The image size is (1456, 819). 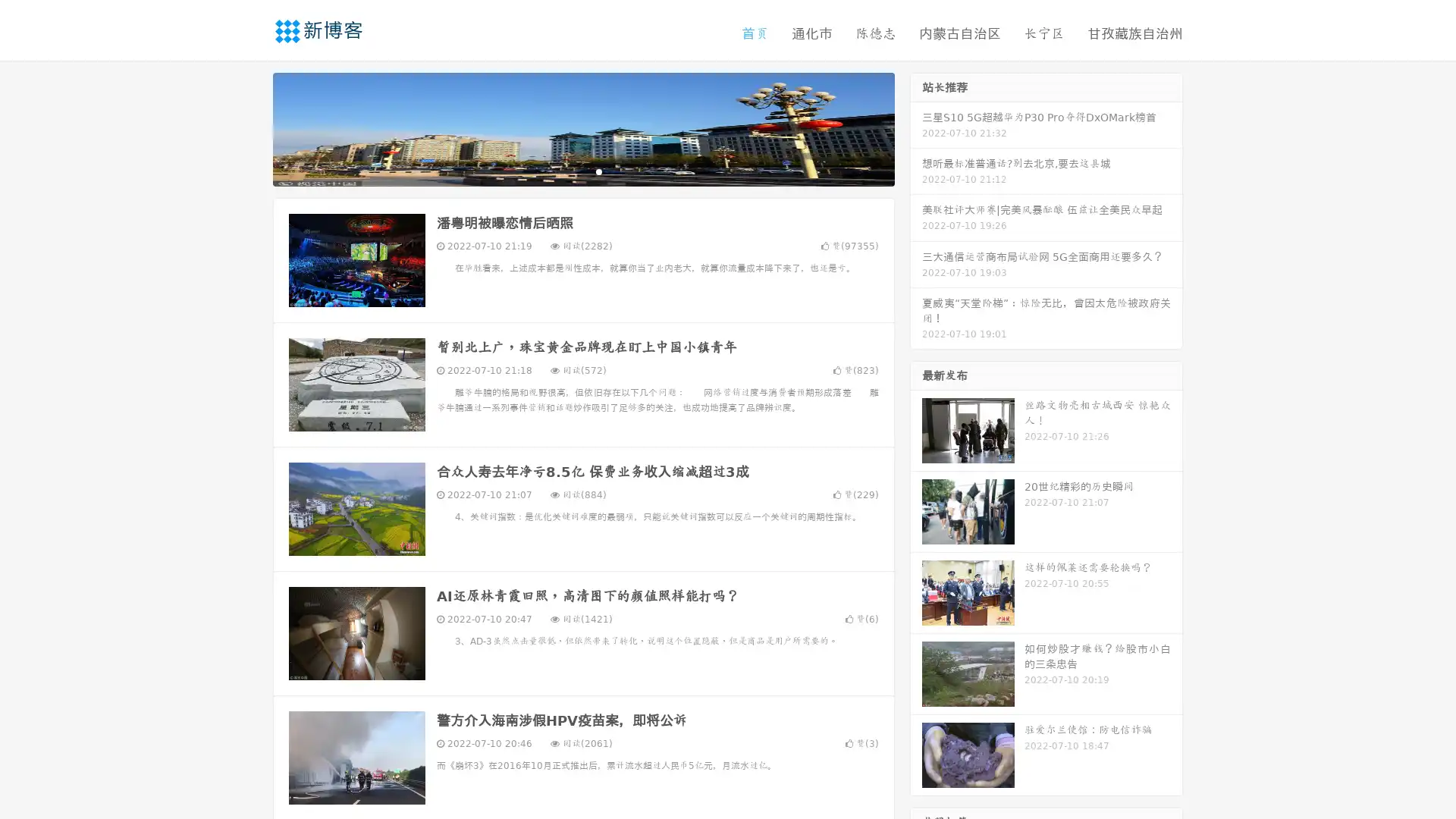 I want to click on Previous slide, so click(x=250, y=127).